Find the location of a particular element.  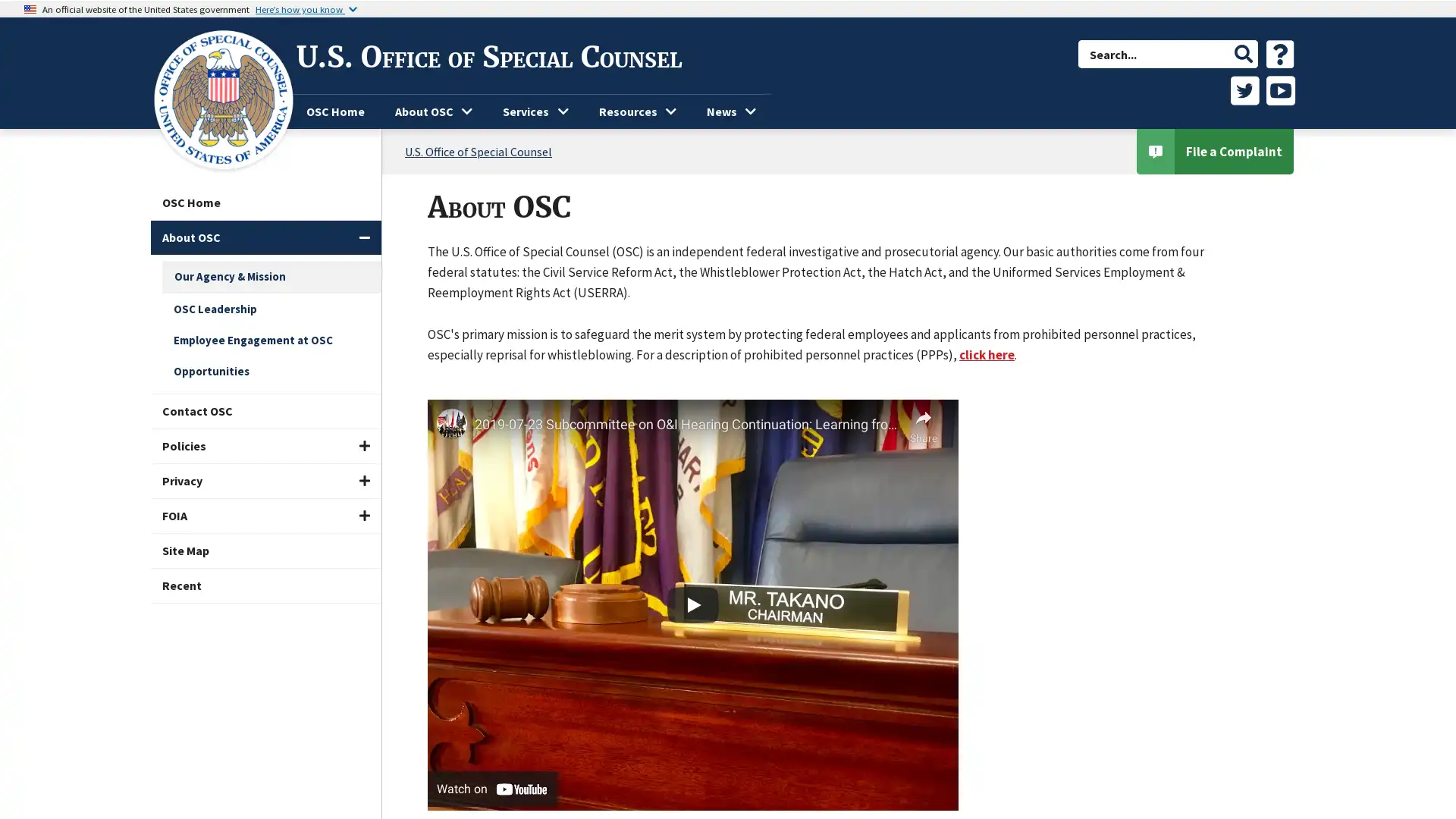

Resources is located at coordinates (637, 111).